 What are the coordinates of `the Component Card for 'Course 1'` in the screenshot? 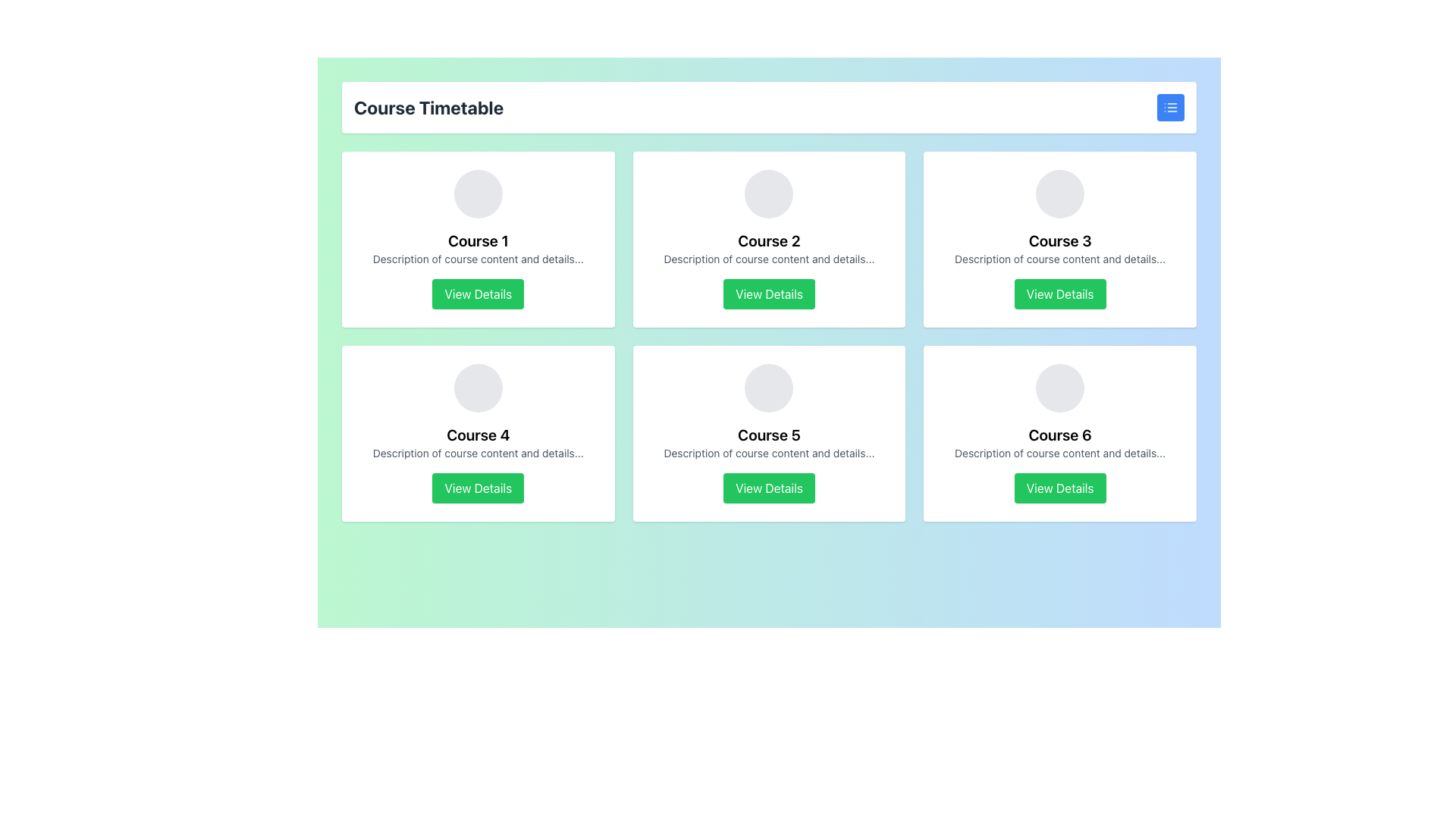 It's located at (477, 239).